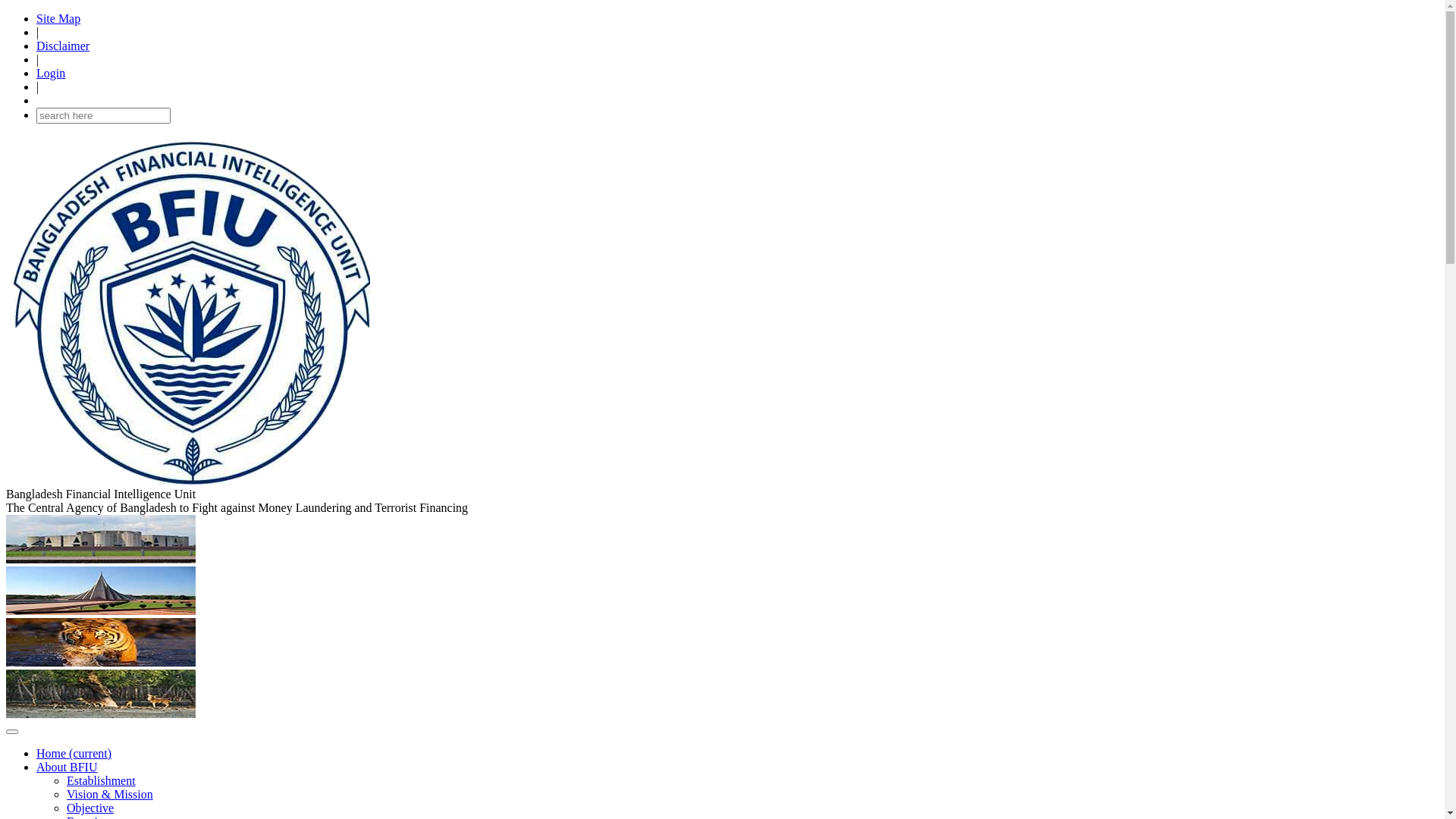 The height and width of the screenshot is (819, 1456). I want to click on 'About BFIU', so click(65, 767).